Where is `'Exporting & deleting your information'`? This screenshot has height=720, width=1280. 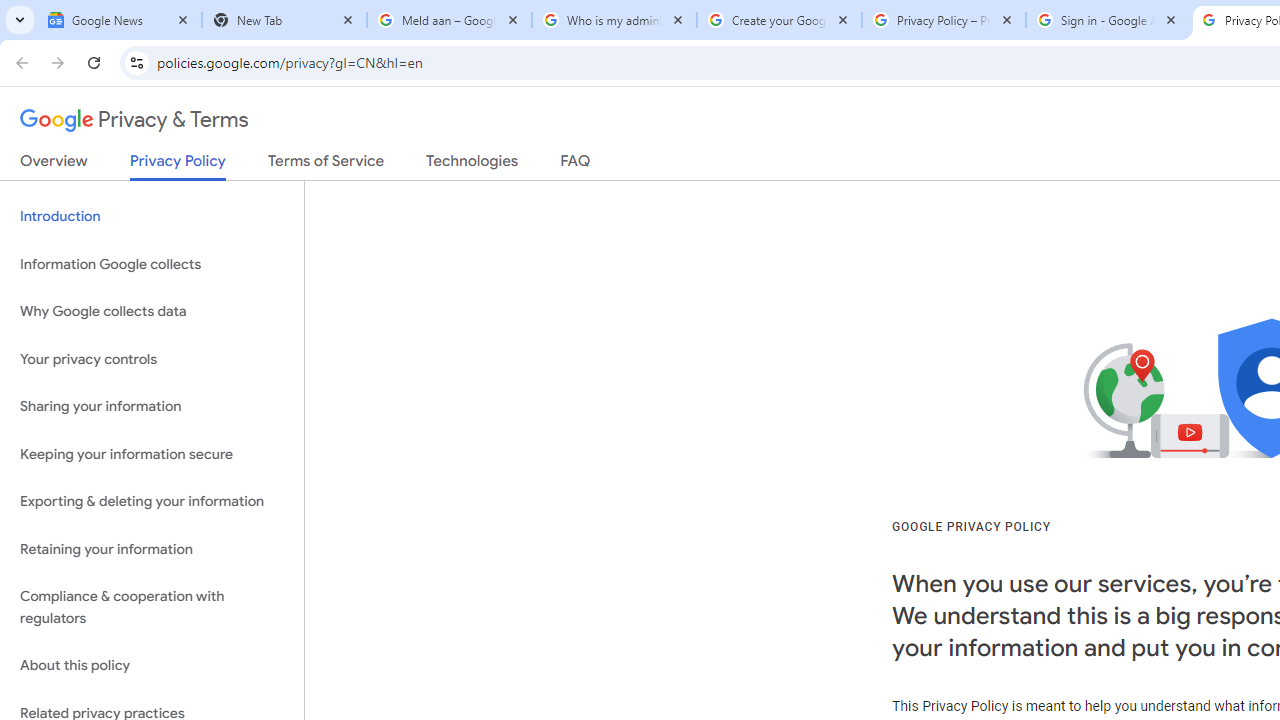 'Exporting & deleting your information' is located at coordinates (151, 501).